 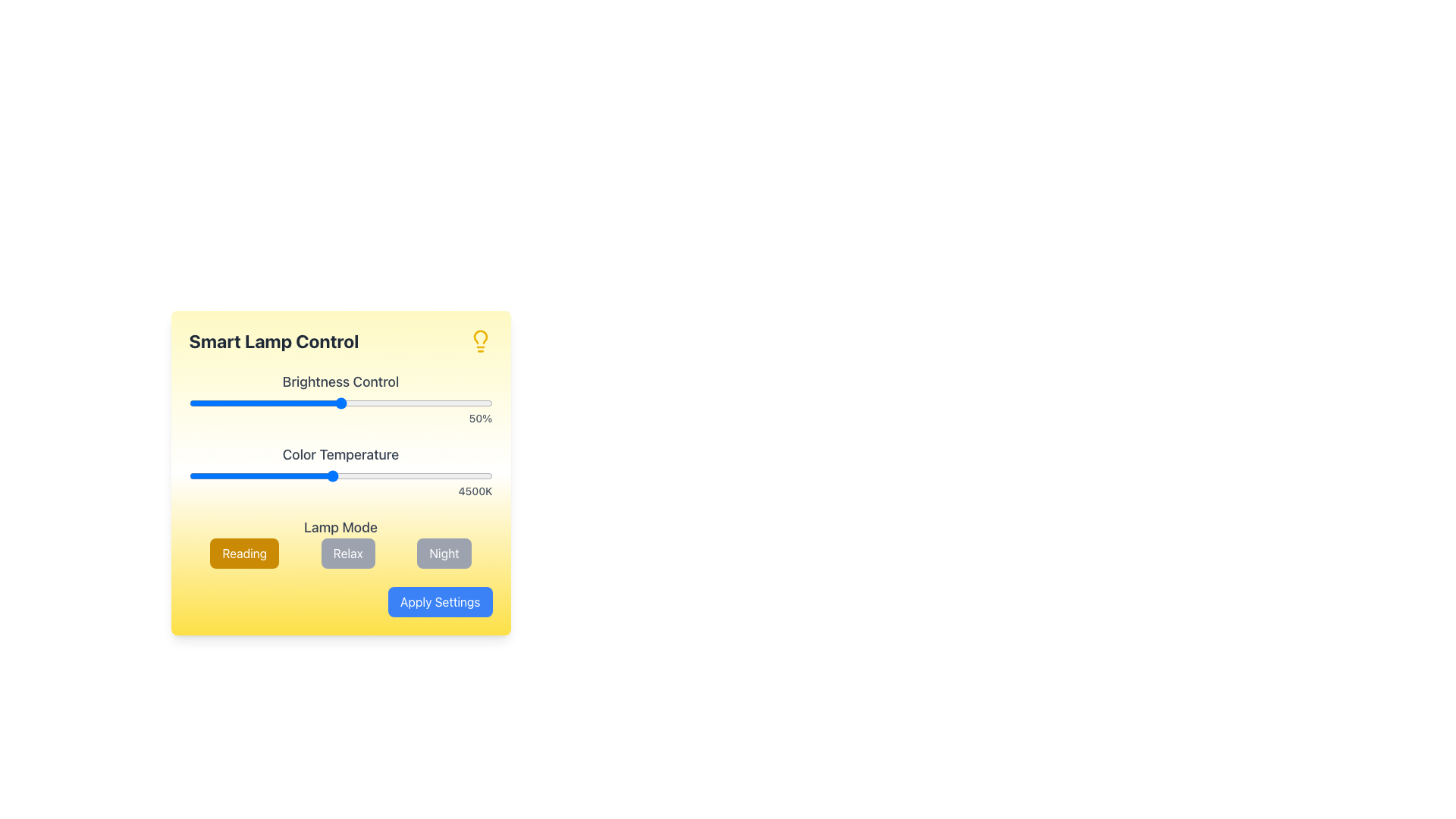 I want to click on the 'Apply Settings' button located at the bottom-right corner of the 'Smart Lamp Control' panel, so click(x=340, y=601).